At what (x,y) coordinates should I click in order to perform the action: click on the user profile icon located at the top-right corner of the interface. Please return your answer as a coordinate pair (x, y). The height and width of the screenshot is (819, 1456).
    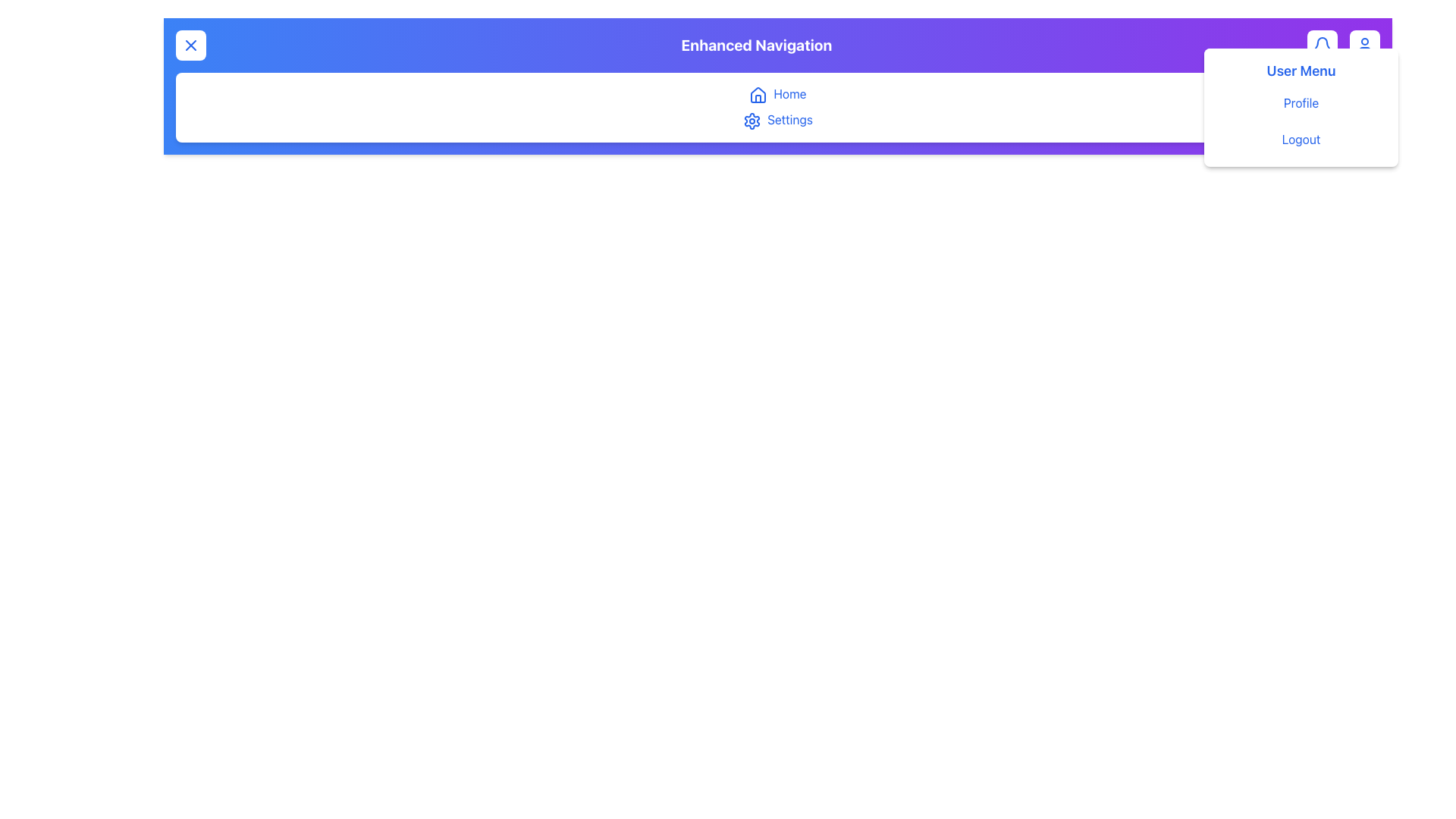
    Looking at the image, I should click on (1364, 45).